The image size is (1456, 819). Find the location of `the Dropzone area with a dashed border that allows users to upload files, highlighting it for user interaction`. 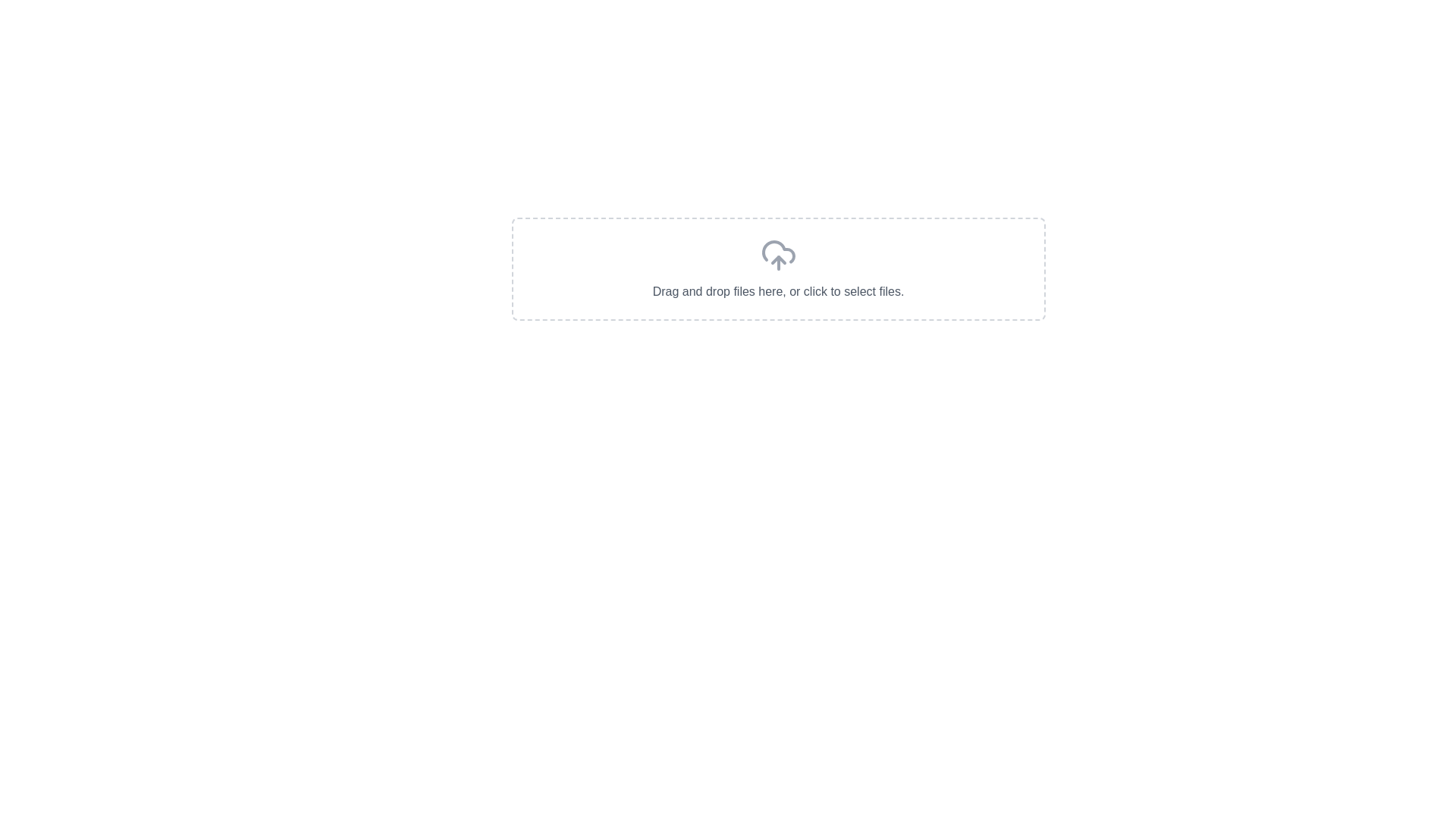

the Dropzone area with a dashed border that allows users to upload files, highlighting it for user interaction is located at coordinates (778, 268).